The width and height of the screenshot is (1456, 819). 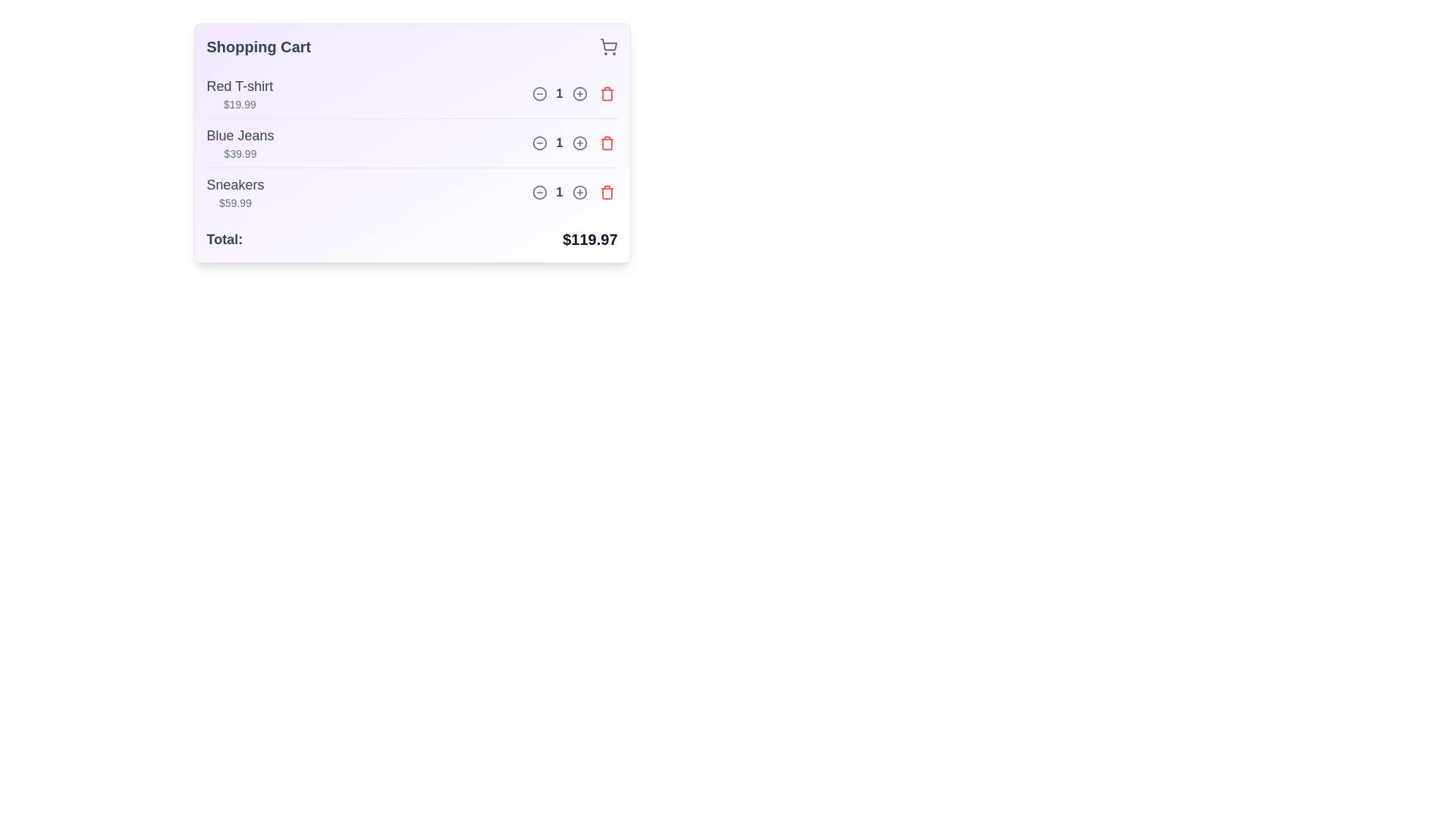 I want to click on the increment button for the 'Red T-shirt' in the shopping cart to increase the quantity, so click(x=579, y=93).